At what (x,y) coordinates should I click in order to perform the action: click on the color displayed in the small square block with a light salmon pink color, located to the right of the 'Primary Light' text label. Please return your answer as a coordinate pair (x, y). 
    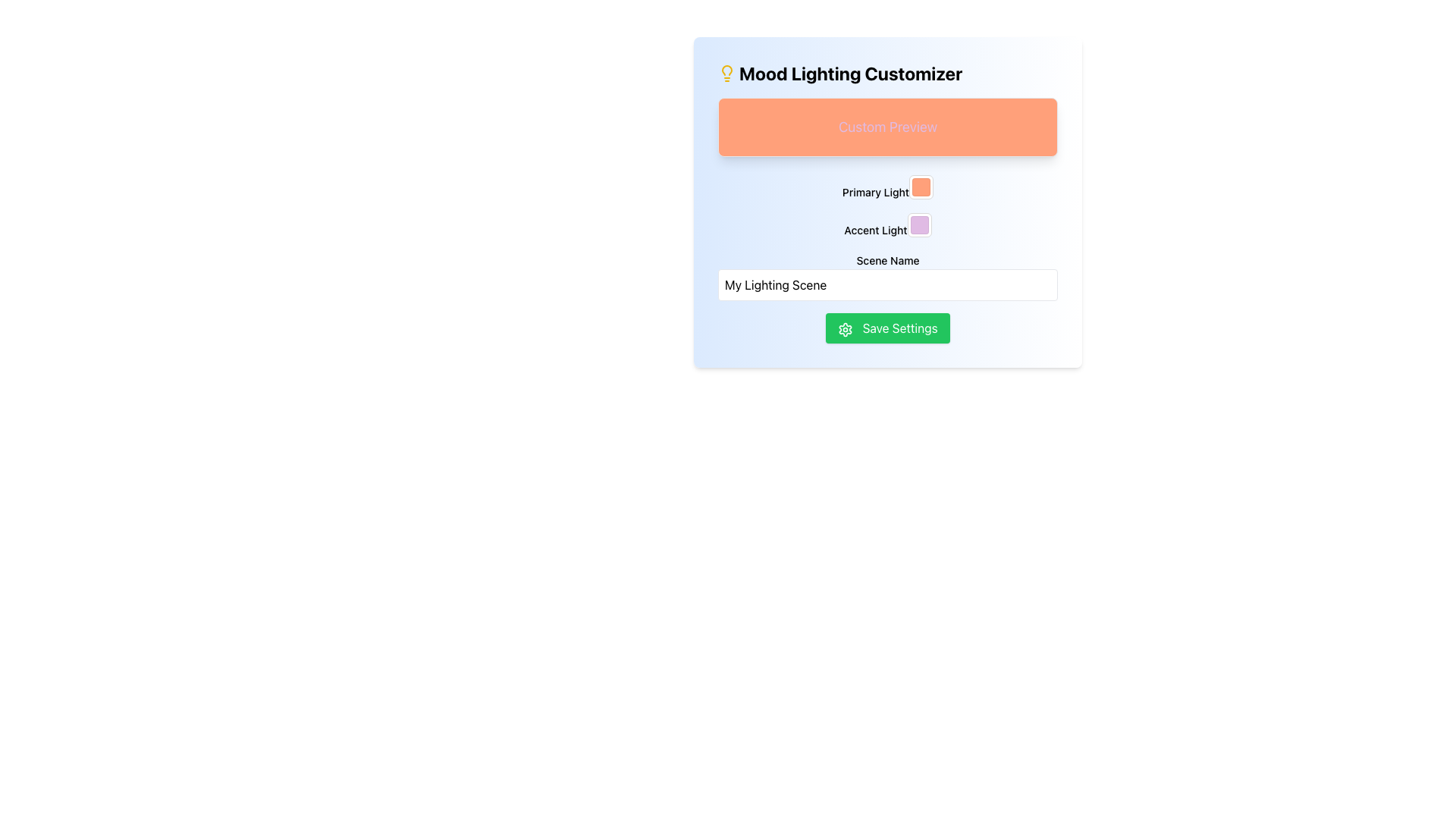
    Looking at the image, I should click on (921, 186).